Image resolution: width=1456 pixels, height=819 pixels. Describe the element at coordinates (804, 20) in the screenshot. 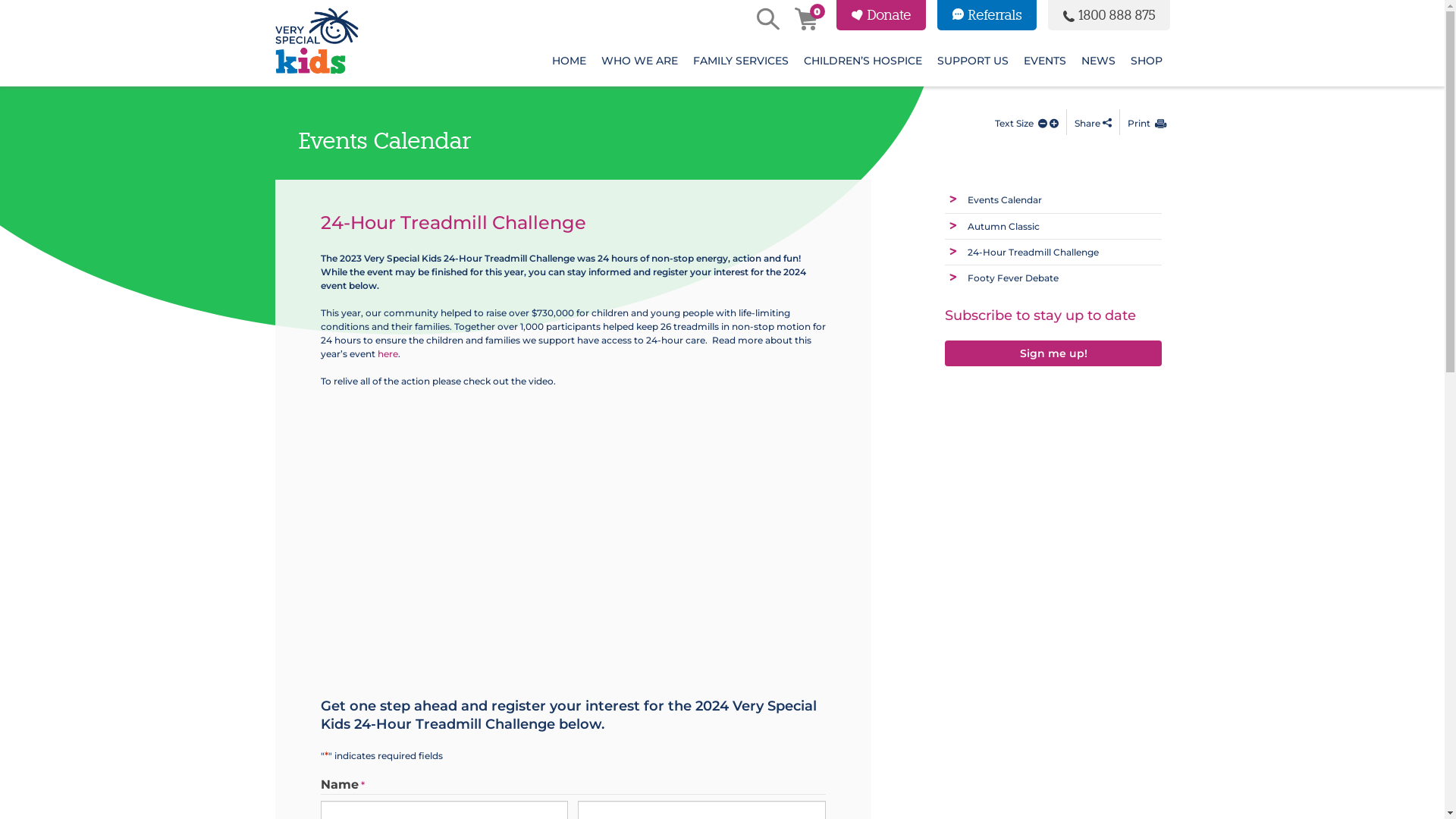

I see `'0'` at that location.